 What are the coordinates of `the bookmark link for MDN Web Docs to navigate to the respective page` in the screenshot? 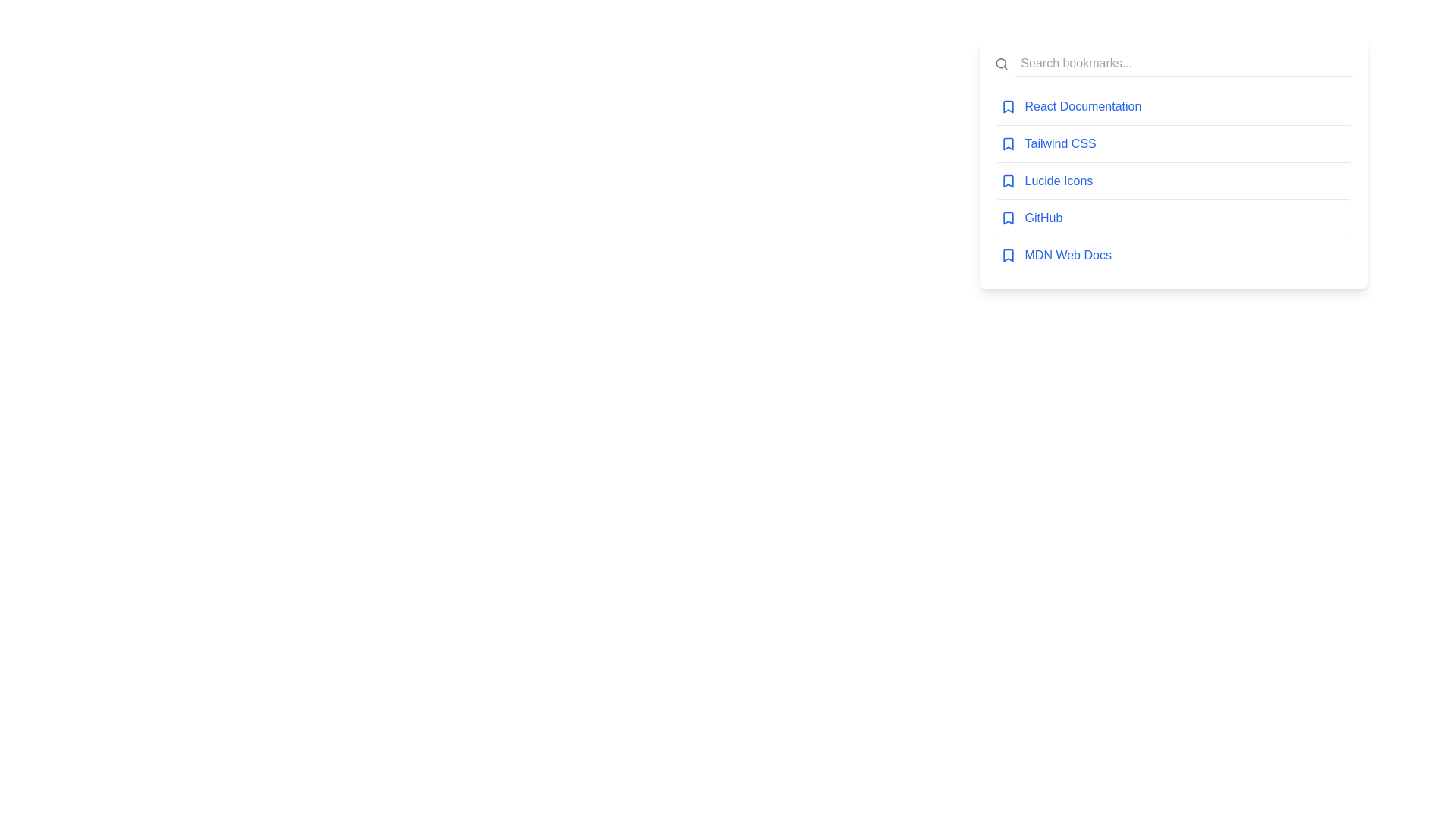 It's located at (1067, 254).